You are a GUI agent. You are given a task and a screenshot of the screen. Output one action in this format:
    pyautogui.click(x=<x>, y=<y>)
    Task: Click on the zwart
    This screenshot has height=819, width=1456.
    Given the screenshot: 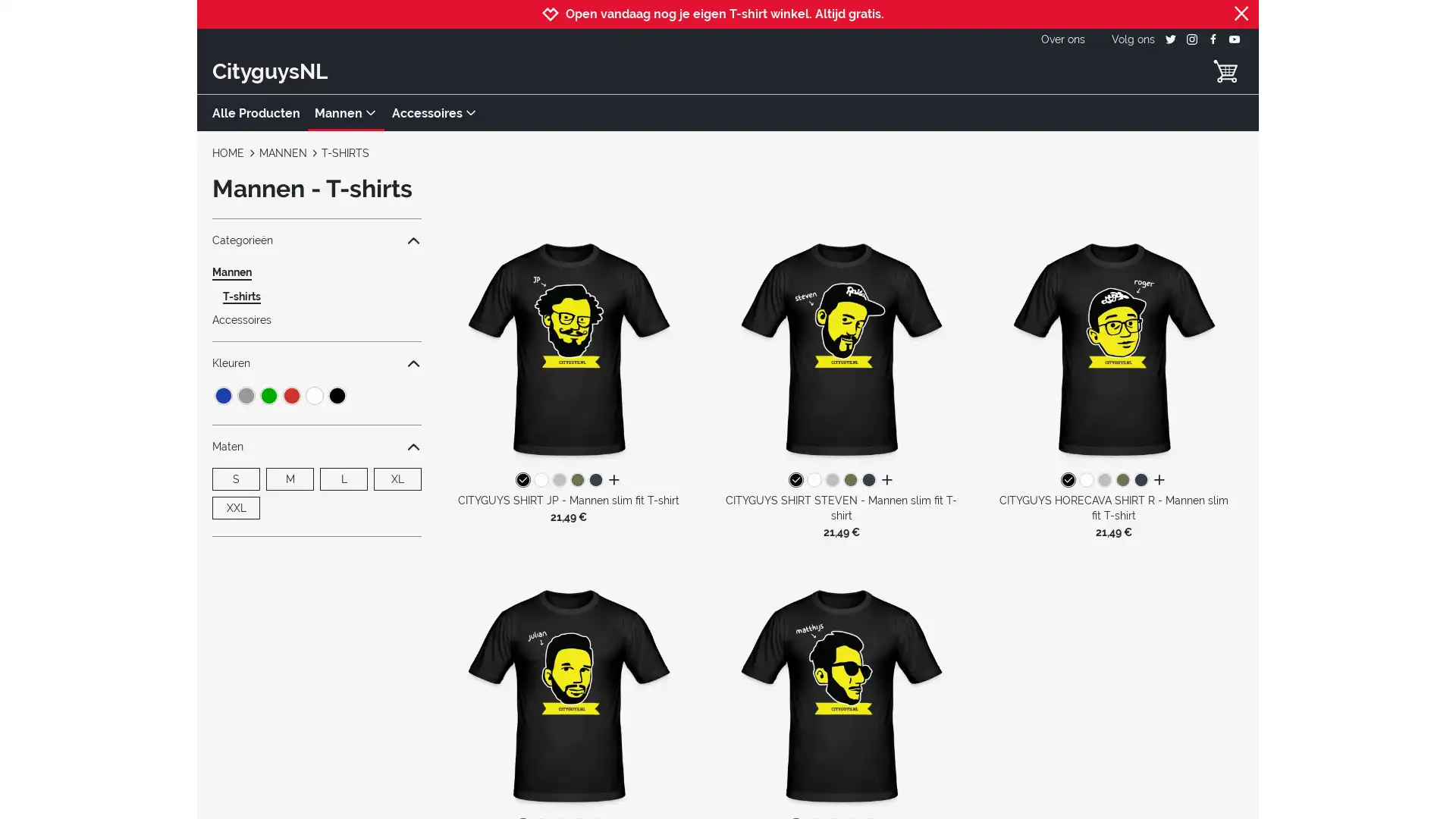 What is the action you would take?
    pyautogui.click(x=522, y=480)
    